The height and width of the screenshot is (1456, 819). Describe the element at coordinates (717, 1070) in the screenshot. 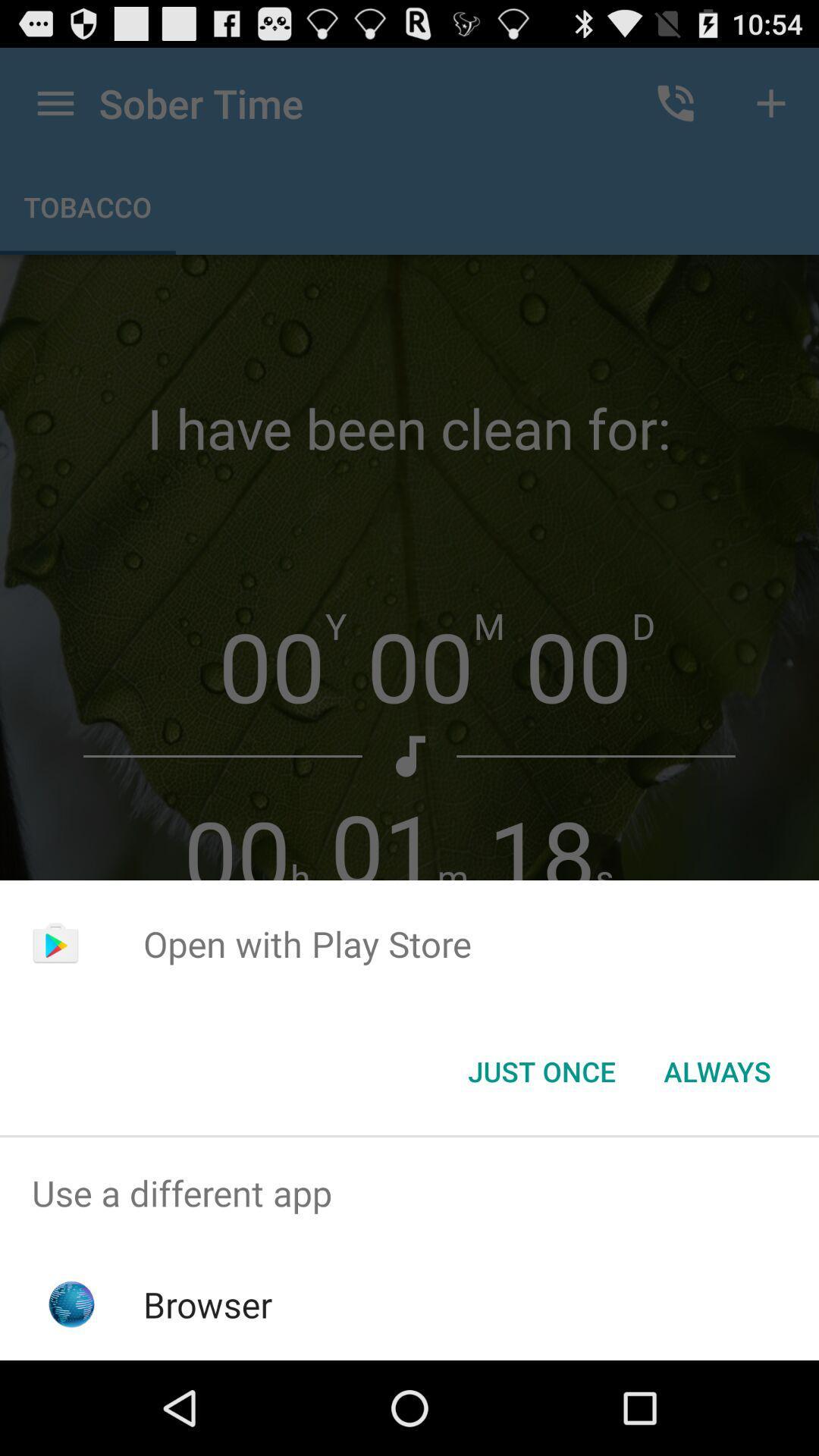

I see `the icon to the right of just once` at that location.